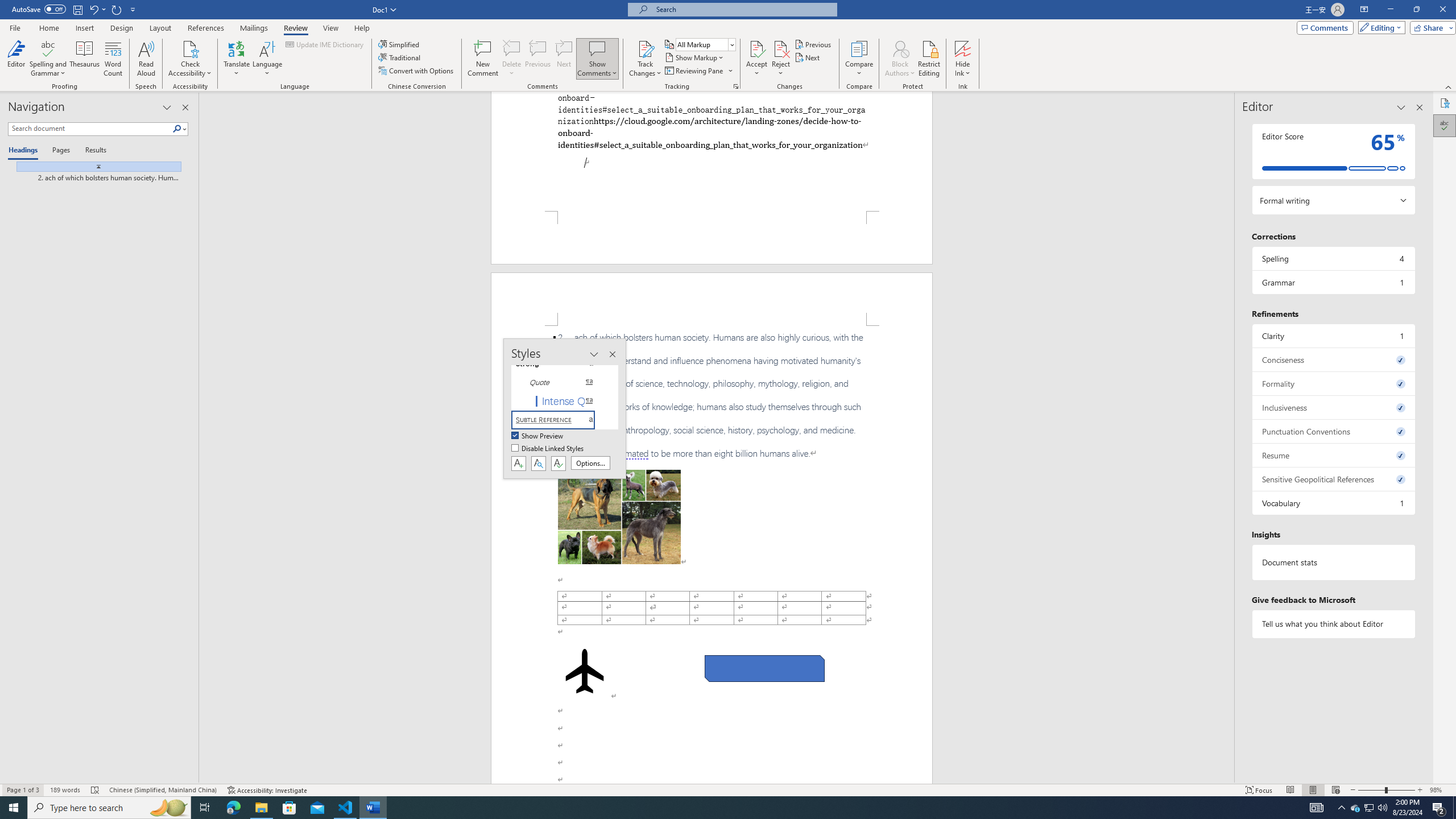 This screenshot has width=1456, height=819. What do you see at coordinates (400, 44) in the screenshot?
I see `'Simplified'` at bounding box center [400, 44].